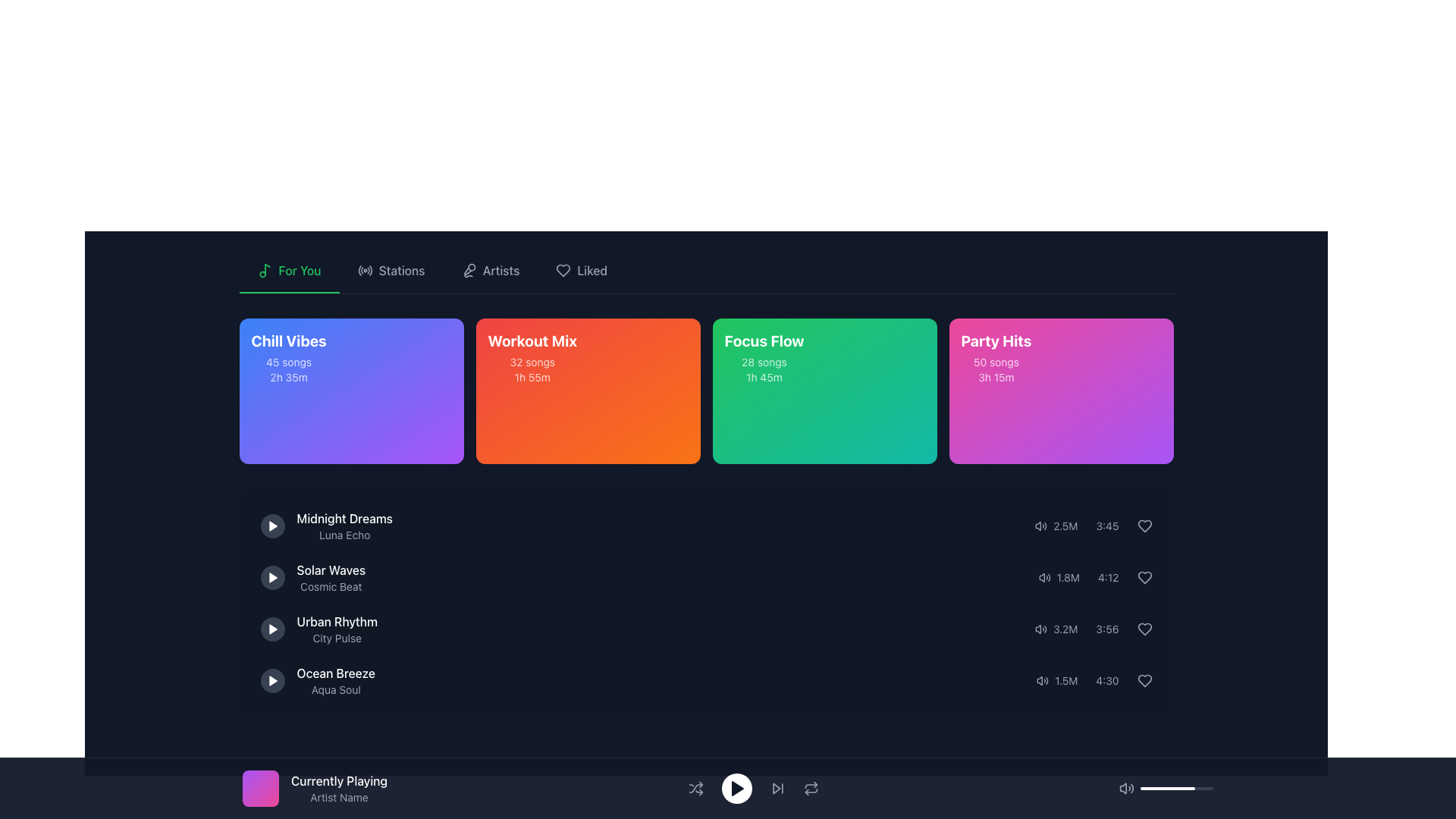 Image resolution: width=1456 pixels, height=819 pixels. I want to click on the heart-shaped icon representing the 'Liked' section in the top navigation bar, so click(563, 270).